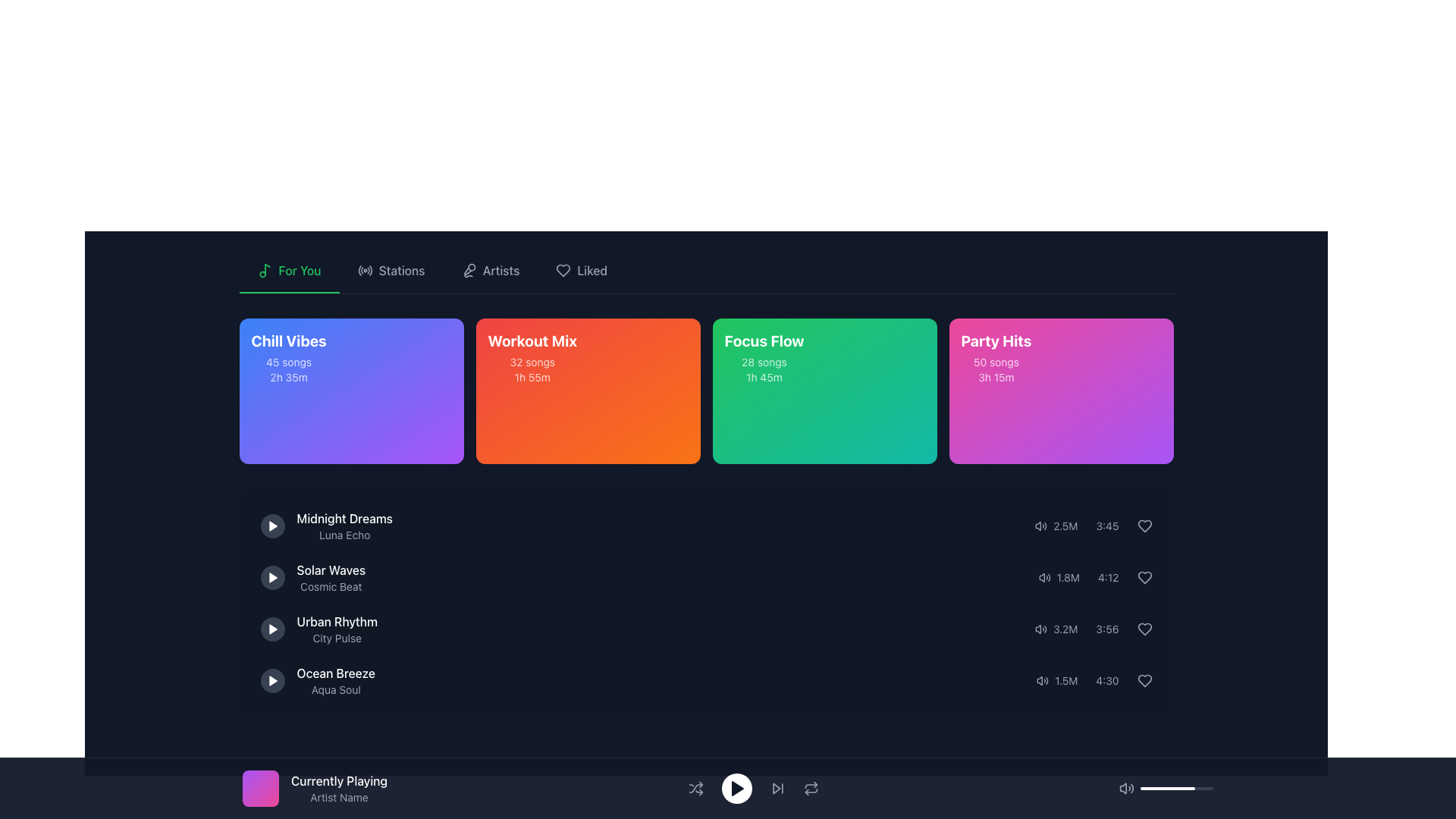 Image resolution: width=1456 pixels, height=819 pixels. I want to click on the heart-shaped icon representing the 'Liked' section in the top navigation bar, so click(563, 270).